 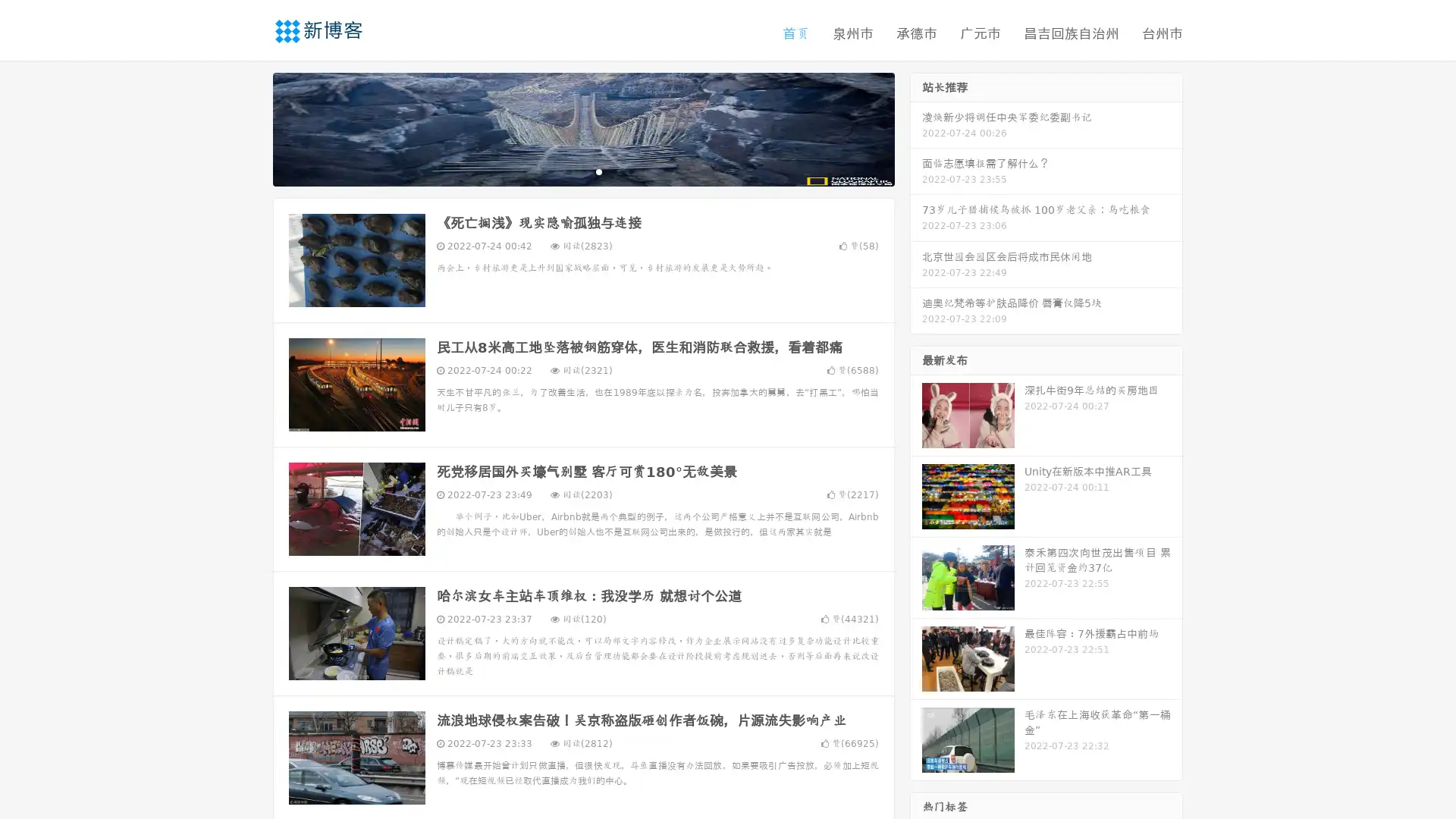 I want to click on Go to slide 1, so click(x=567, y=171).